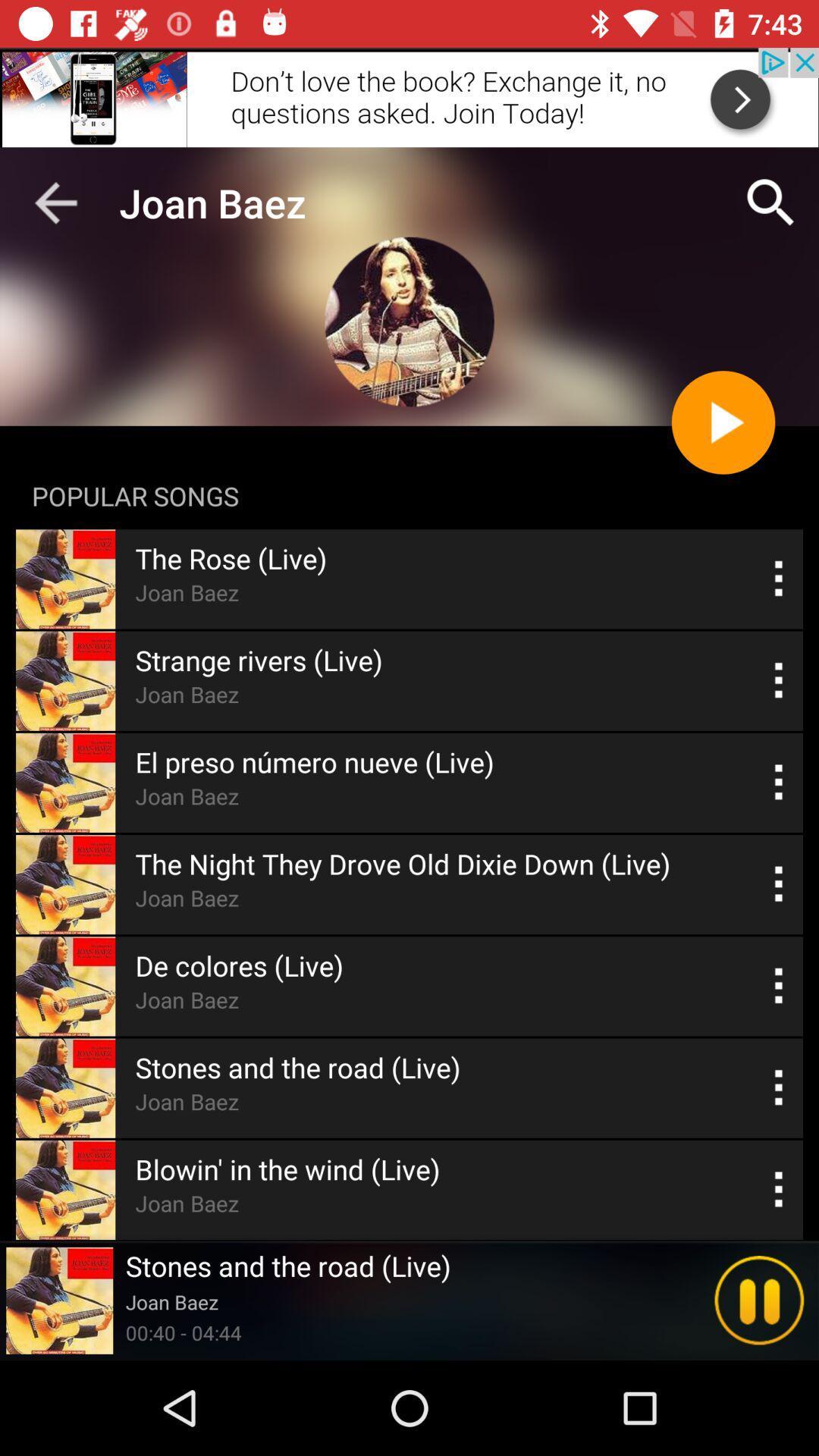  What do you see at coordinates (779, 679) in the screenshot?
I see `the more icon` at bounding box center [779, 679].